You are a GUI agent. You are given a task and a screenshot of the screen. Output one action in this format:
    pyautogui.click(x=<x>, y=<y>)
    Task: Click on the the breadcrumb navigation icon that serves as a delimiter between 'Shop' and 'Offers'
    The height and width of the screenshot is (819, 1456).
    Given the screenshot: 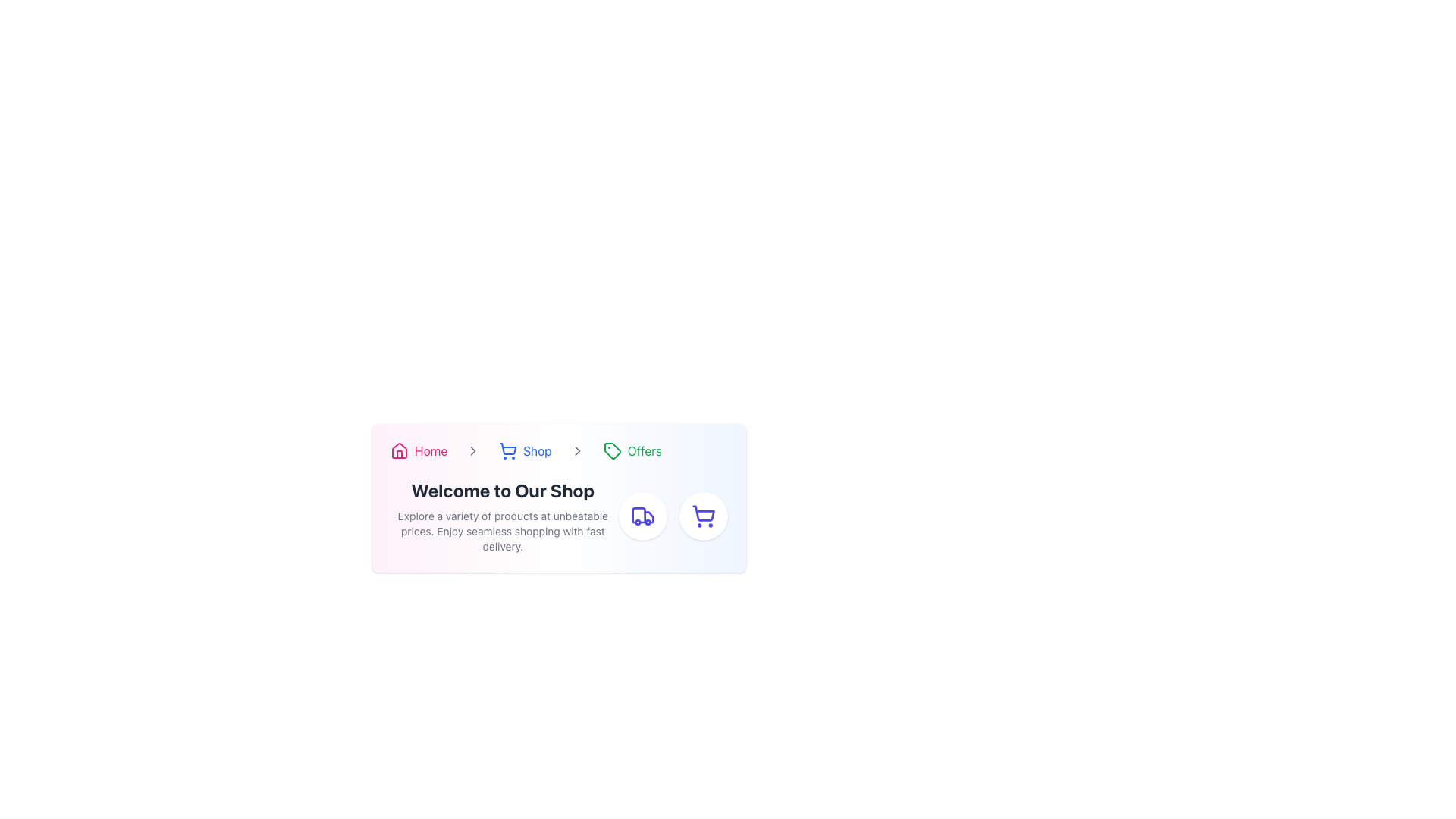 What is the action you would take?
    pyautogui.click(x=576, y=450)
    